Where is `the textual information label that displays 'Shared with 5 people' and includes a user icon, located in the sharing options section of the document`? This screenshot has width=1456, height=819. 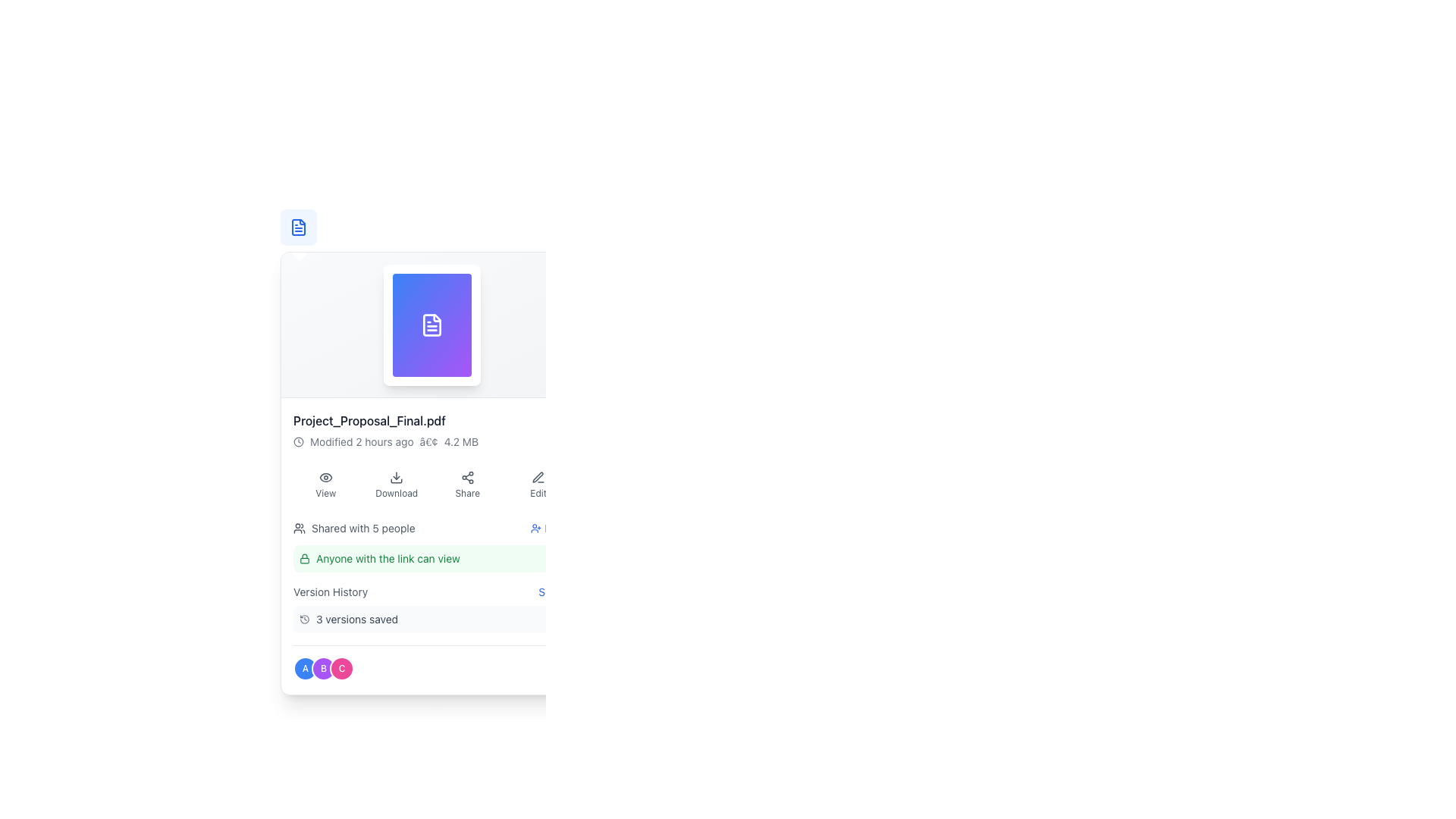 the textual information label that displays 'Shared with 5 people' and includes a user icon, located in the sharing options section of the document is located at coordinates (353, 528).